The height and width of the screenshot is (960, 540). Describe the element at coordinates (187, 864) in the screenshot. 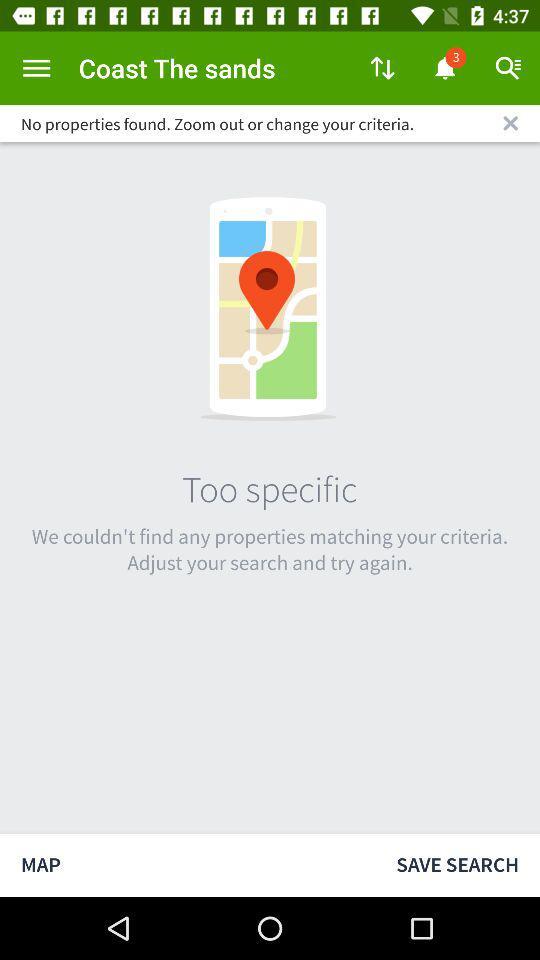

I see `item below we couldn t icon` at that location.